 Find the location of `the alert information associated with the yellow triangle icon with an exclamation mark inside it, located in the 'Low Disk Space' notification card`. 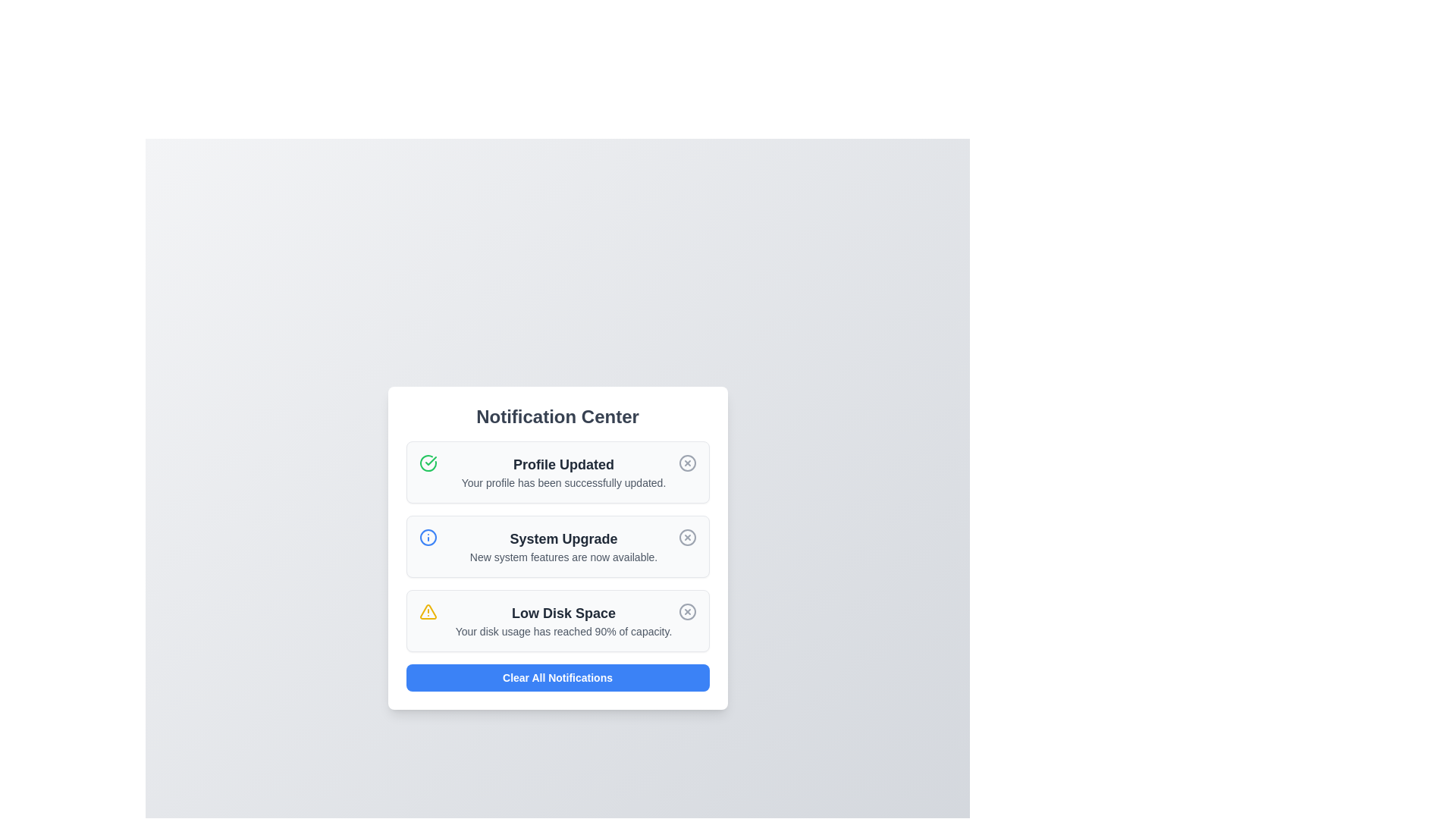

the alert information associated with the yellow triangle icon with an exclamation mark inside it, located in the 'Low Disk Space' notification card is located at coordinates (427, 610).